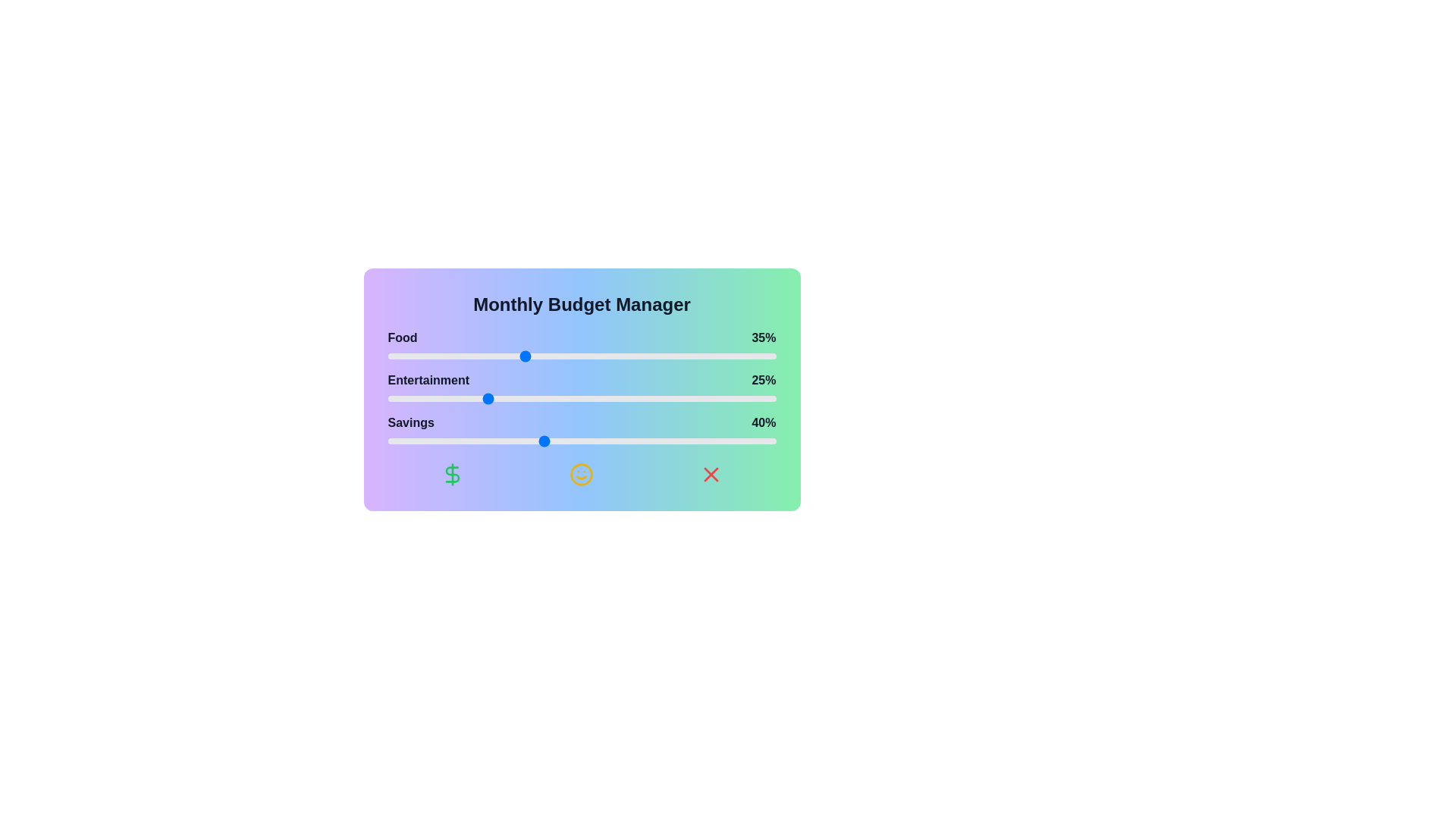 The width and height of the screenshot is (1456, 819). Describe the element at coordinates (451, 473) in the screenshot. I see `the green dollar sign icon` at that location.